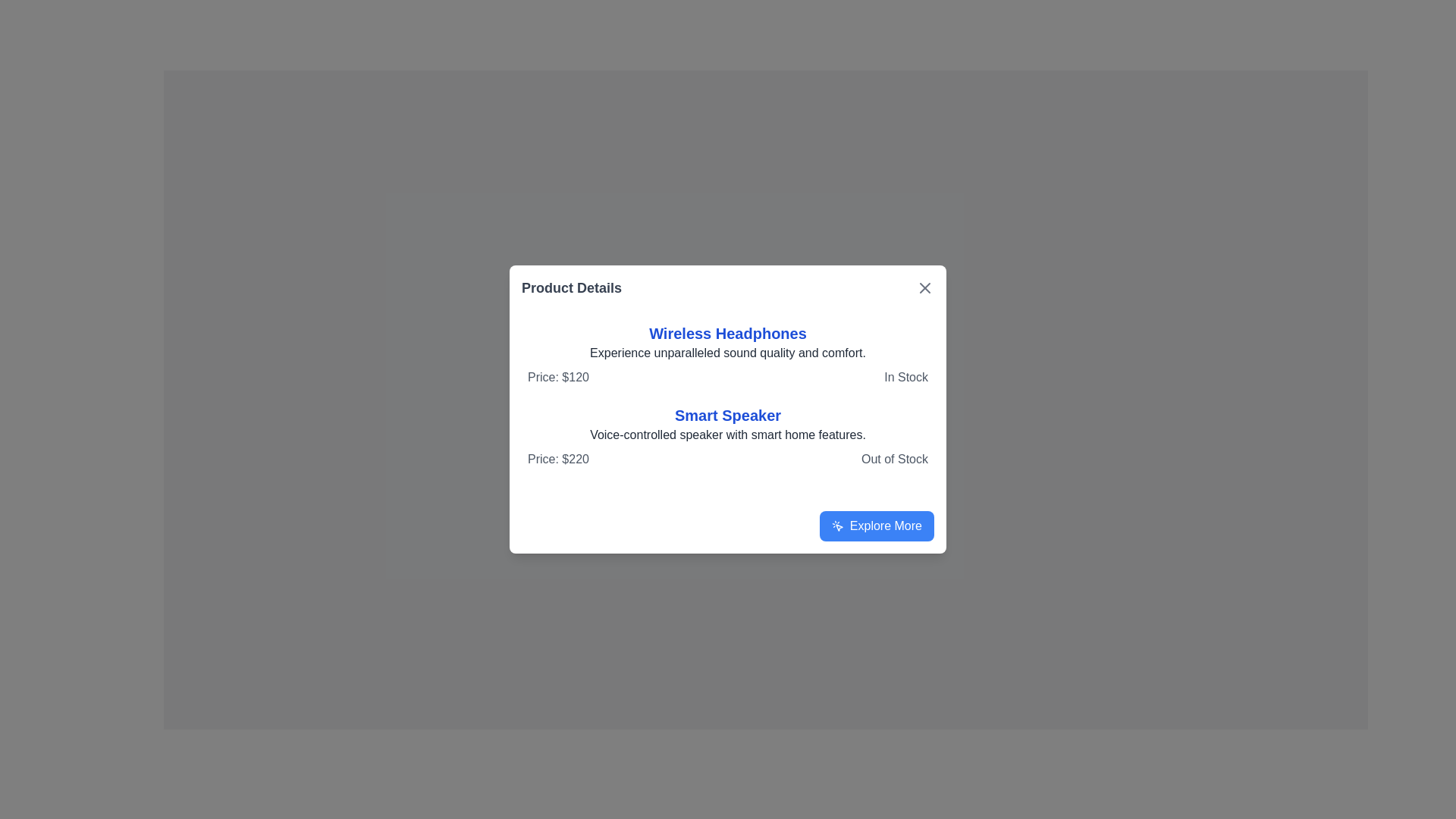  I want to click on the Close button icon located in the top-right corner of the 'Product Details' modal dialog, so click(924, 288).